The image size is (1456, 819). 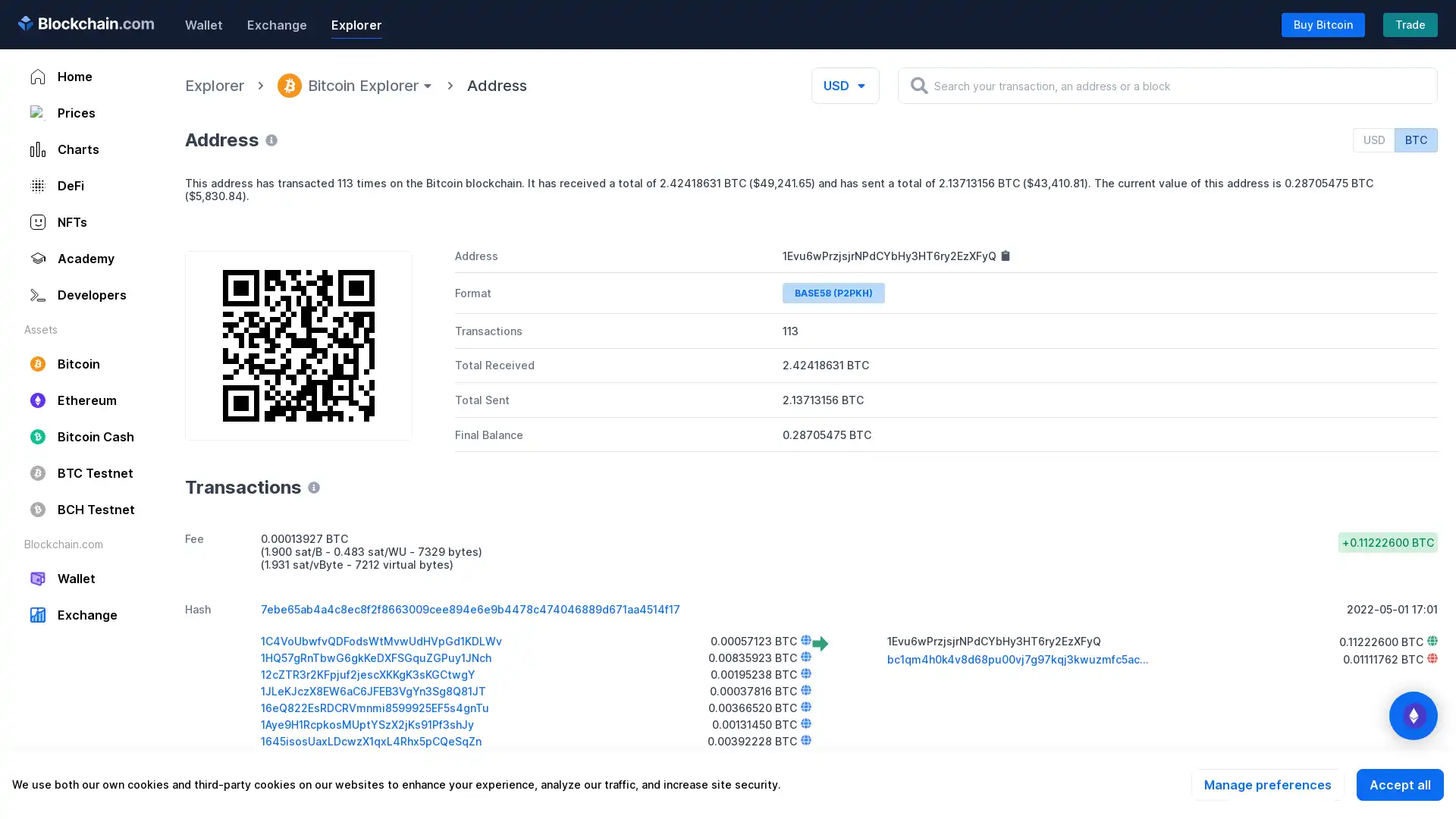 What do you see at coordinates (1412, 716) in the screenshot?
I see `alternating coins` at bounding box center [1412, 716].